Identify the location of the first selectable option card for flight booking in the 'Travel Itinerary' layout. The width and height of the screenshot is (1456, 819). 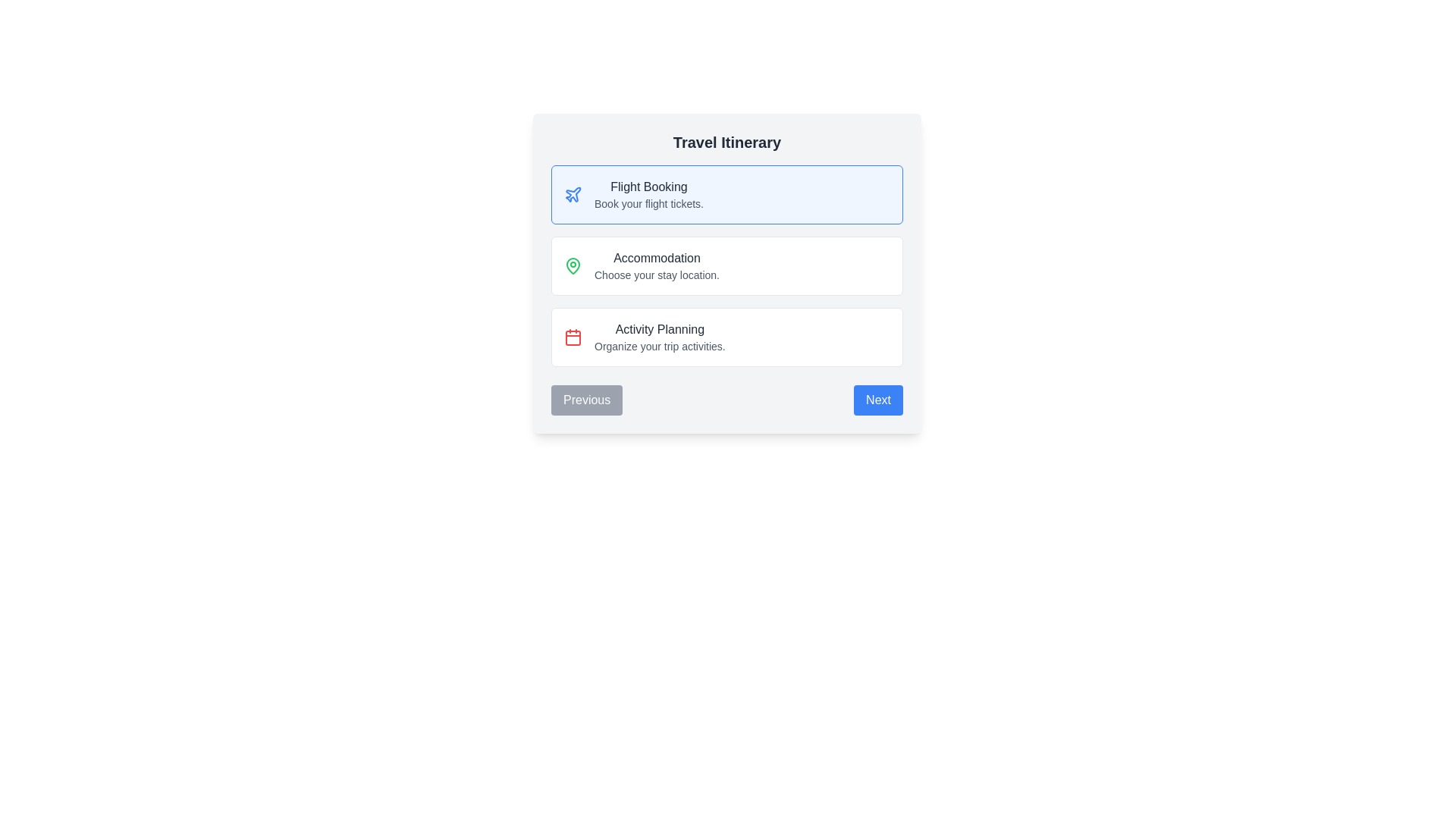
(726, 194).